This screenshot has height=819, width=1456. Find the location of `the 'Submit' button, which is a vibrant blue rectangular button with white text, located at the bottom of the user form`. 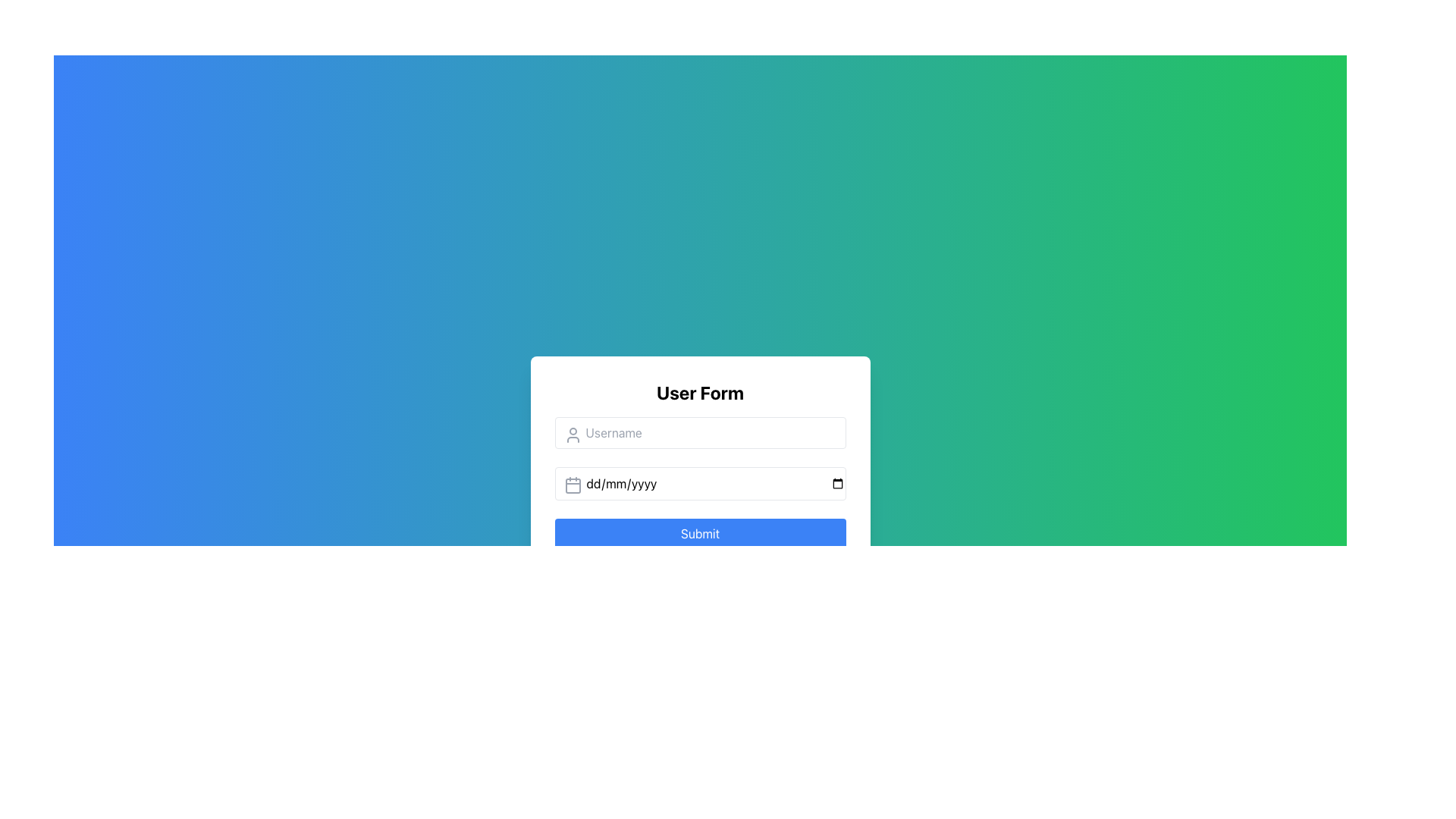

the 'Submit' button, which is a vibrant blue rectangular button with white text, located at the bottom of the user form is located at coordinates (699, 533).